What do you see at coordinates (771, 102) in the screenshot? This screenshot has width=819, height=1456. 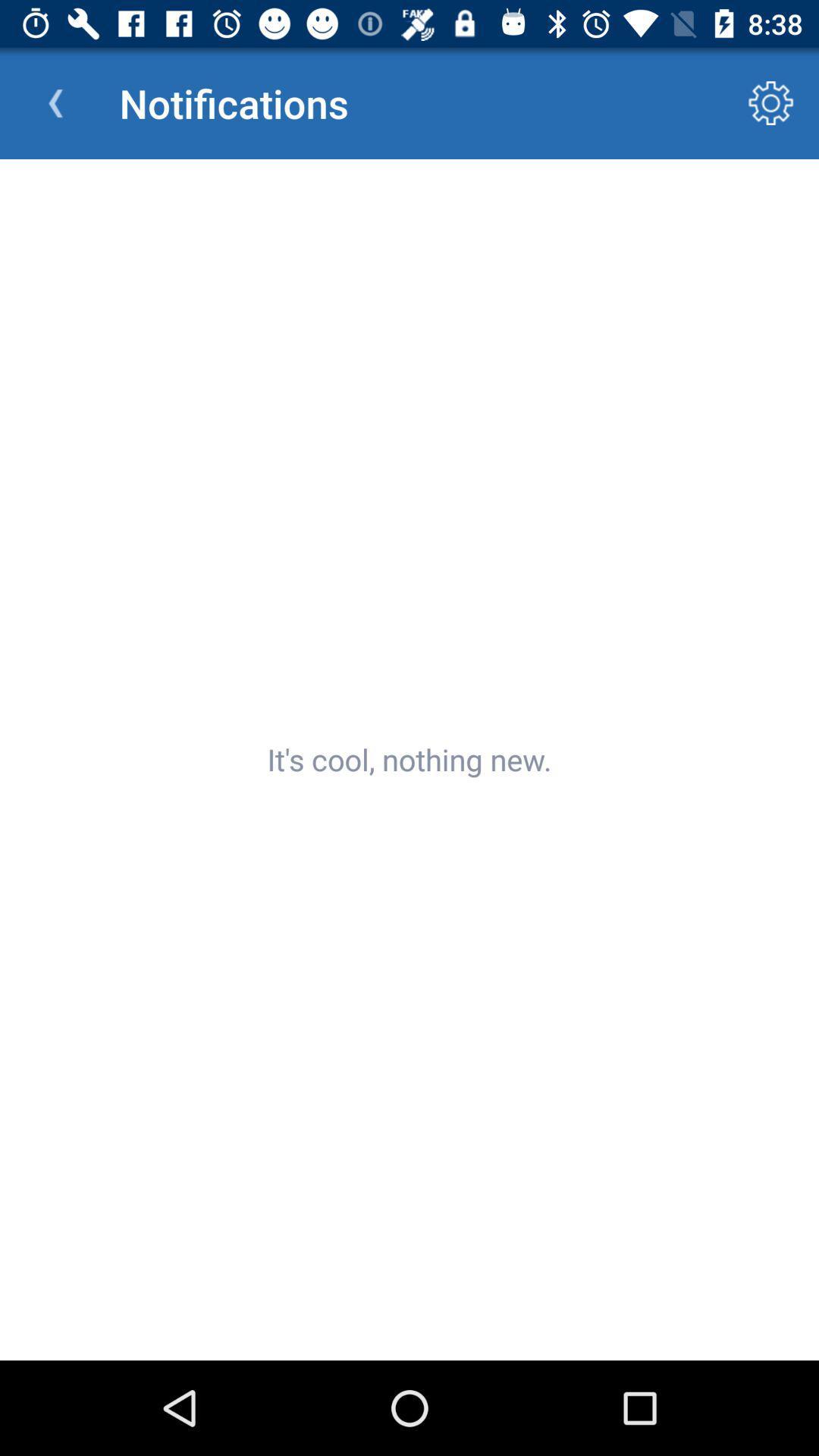 I see `icon to the right of the notifications app` at bounding box center [771, 102].